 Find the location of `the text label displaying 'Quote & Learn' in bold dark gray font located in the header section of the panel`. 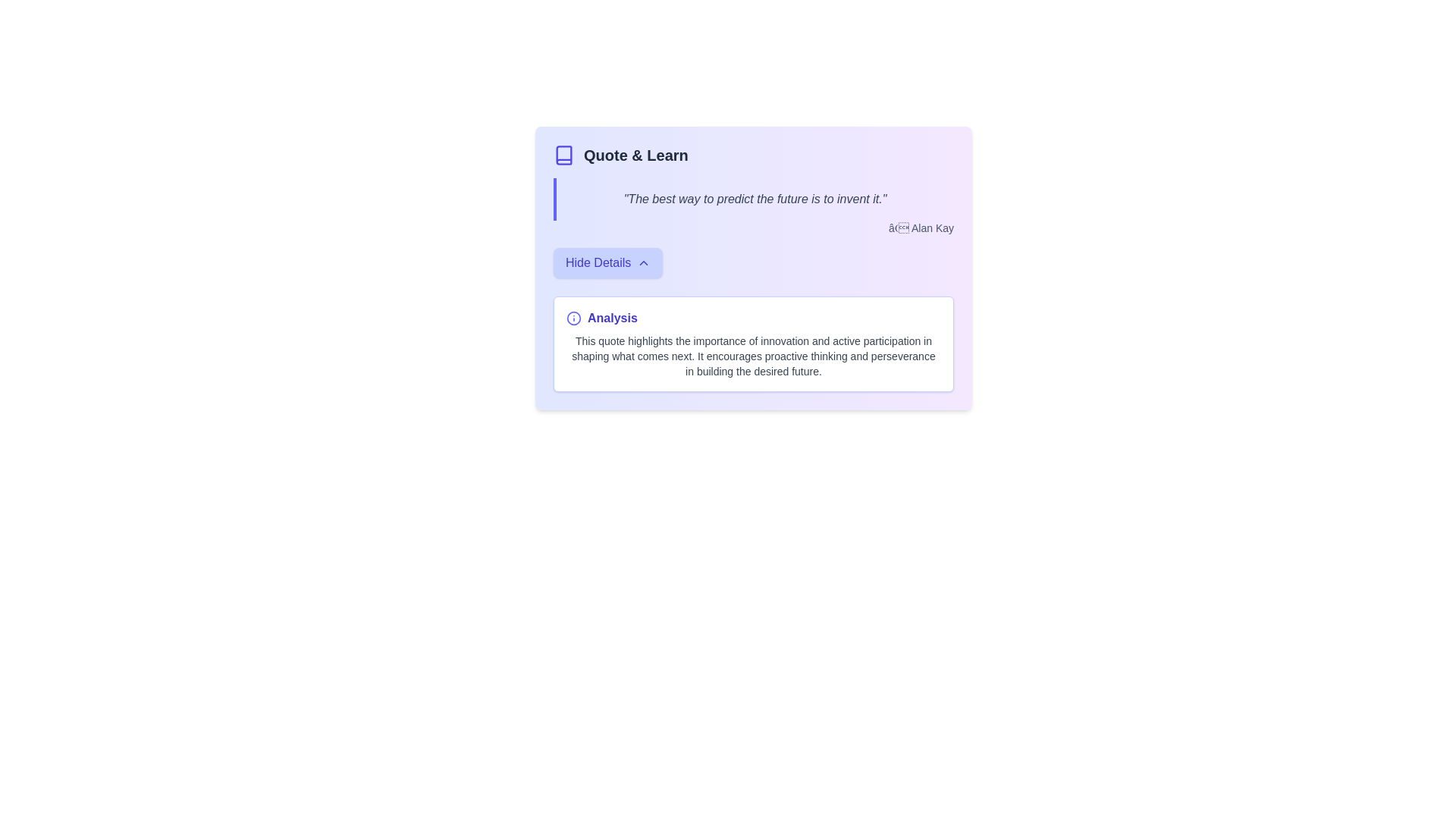

the text label displaying 'Quote & Learn' in bold dark gray font located in the header section of the panel is located at coordinates (635, 155).